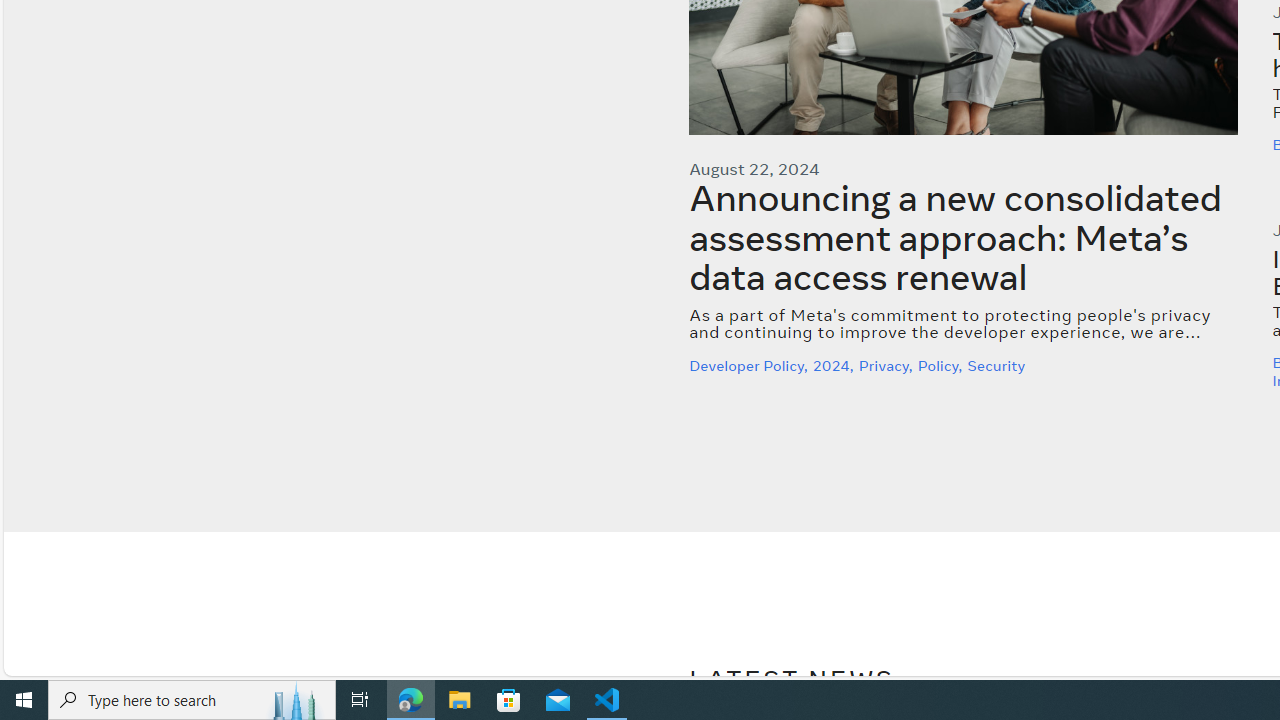 This screenshot has width=1280, height=720. What do you see at coordinates (835, 365) in the screenshot?
I see `'2024,'` at bounding box center [835, 365].